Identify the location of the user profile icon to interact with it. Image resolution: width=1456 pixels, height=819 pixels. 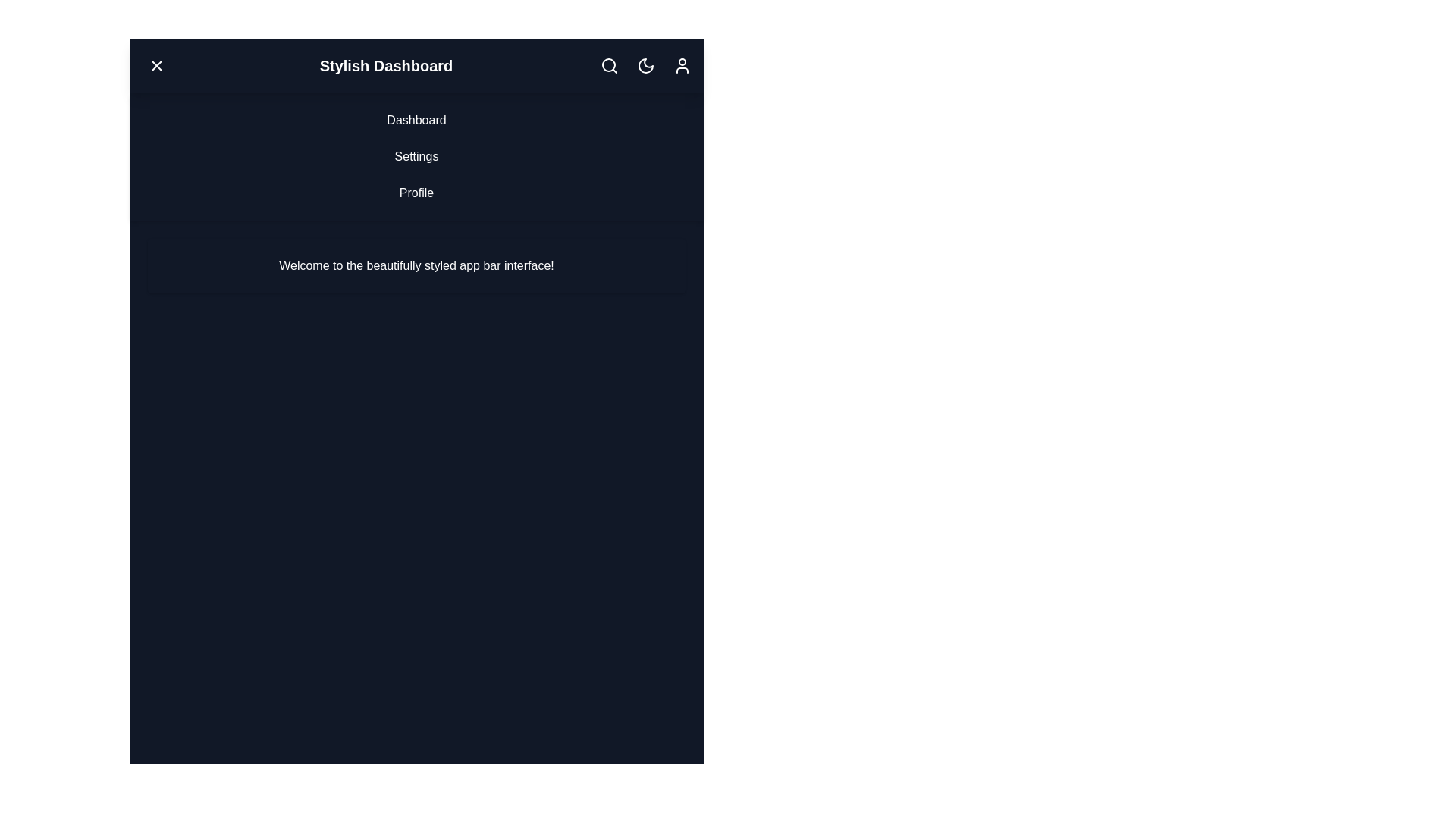
(681, 65).